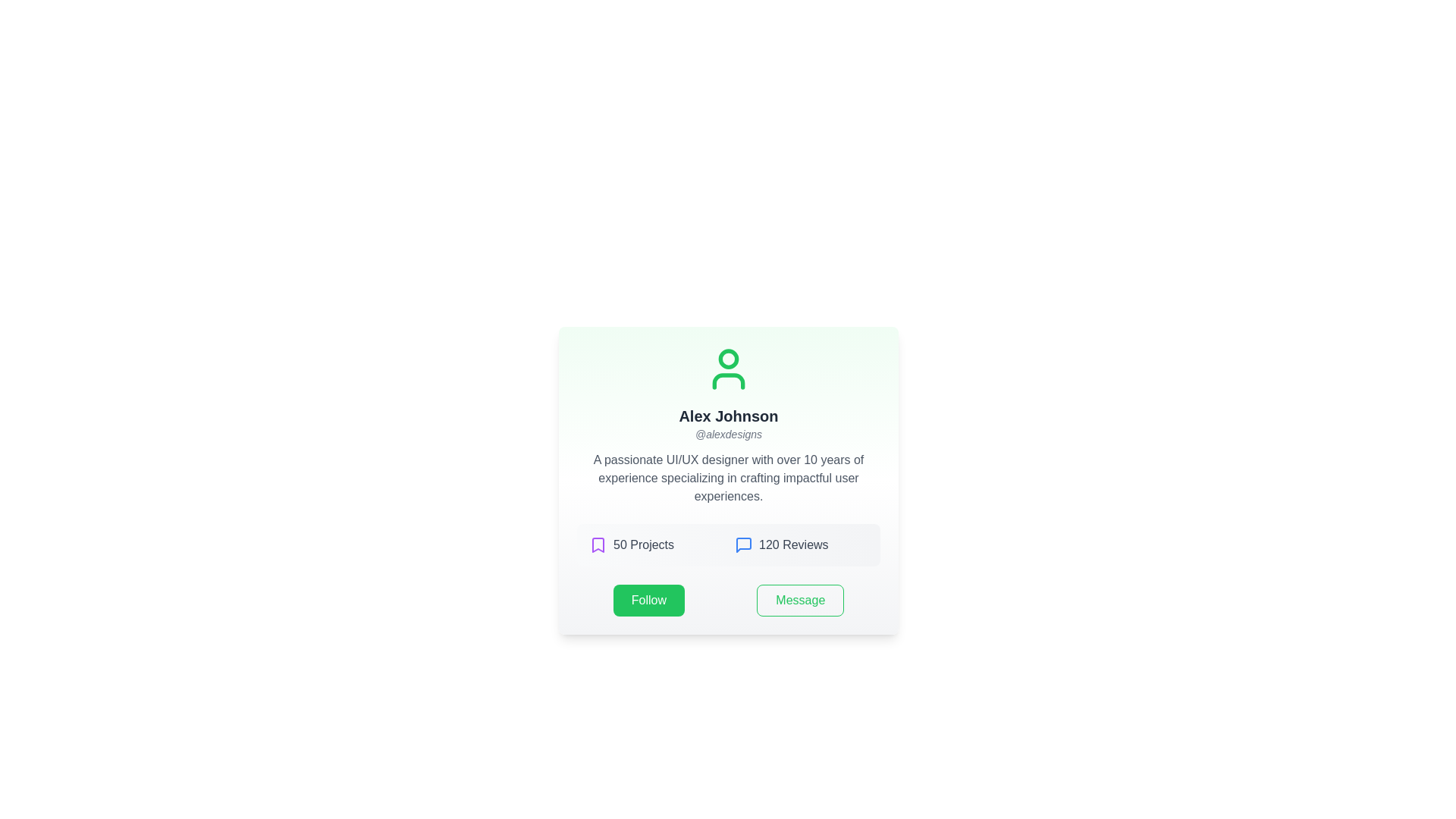 This screenshot has width=1456, height=819. What do you see at coordinates (728, 359) in the screenshot?
I see `the decorative icon situated at the center of the circular avatar icon above the text 'Alex Johnson' on the card interface` at bounding box center [728, 359].